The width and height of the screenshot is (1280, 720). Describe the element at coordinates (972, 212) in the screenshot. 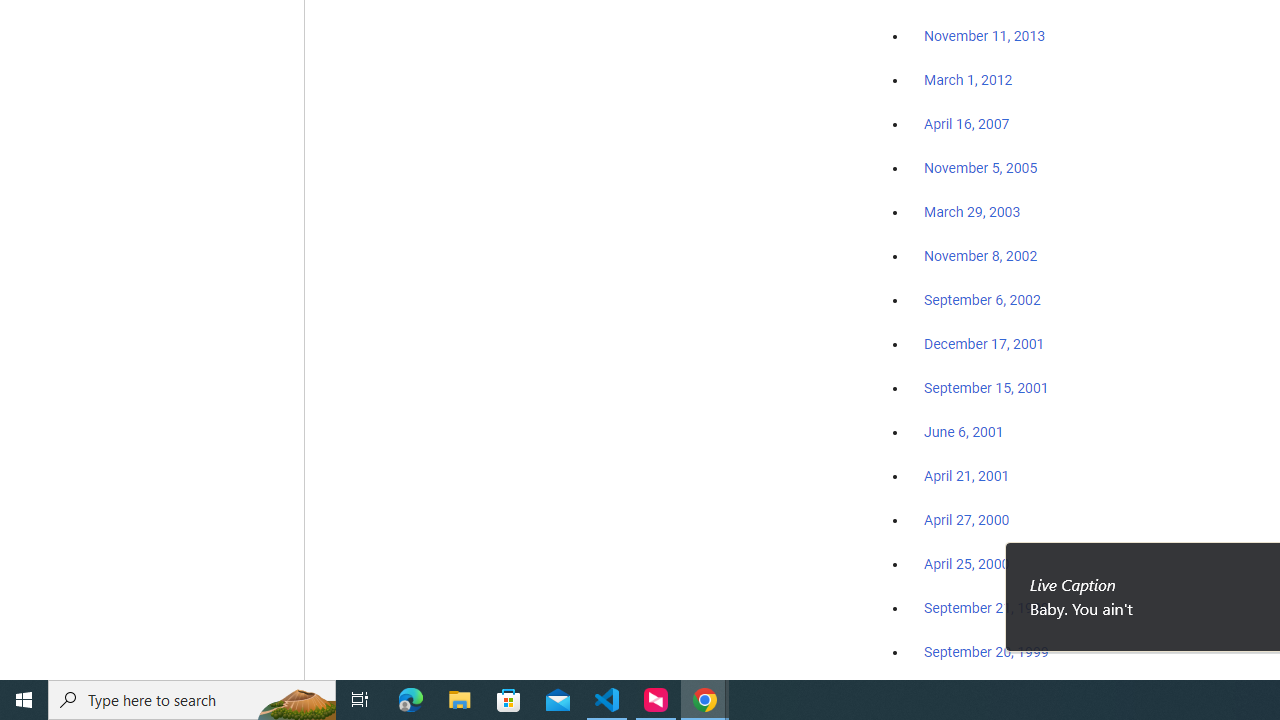

I see `'March 29, 2003'` at that location.